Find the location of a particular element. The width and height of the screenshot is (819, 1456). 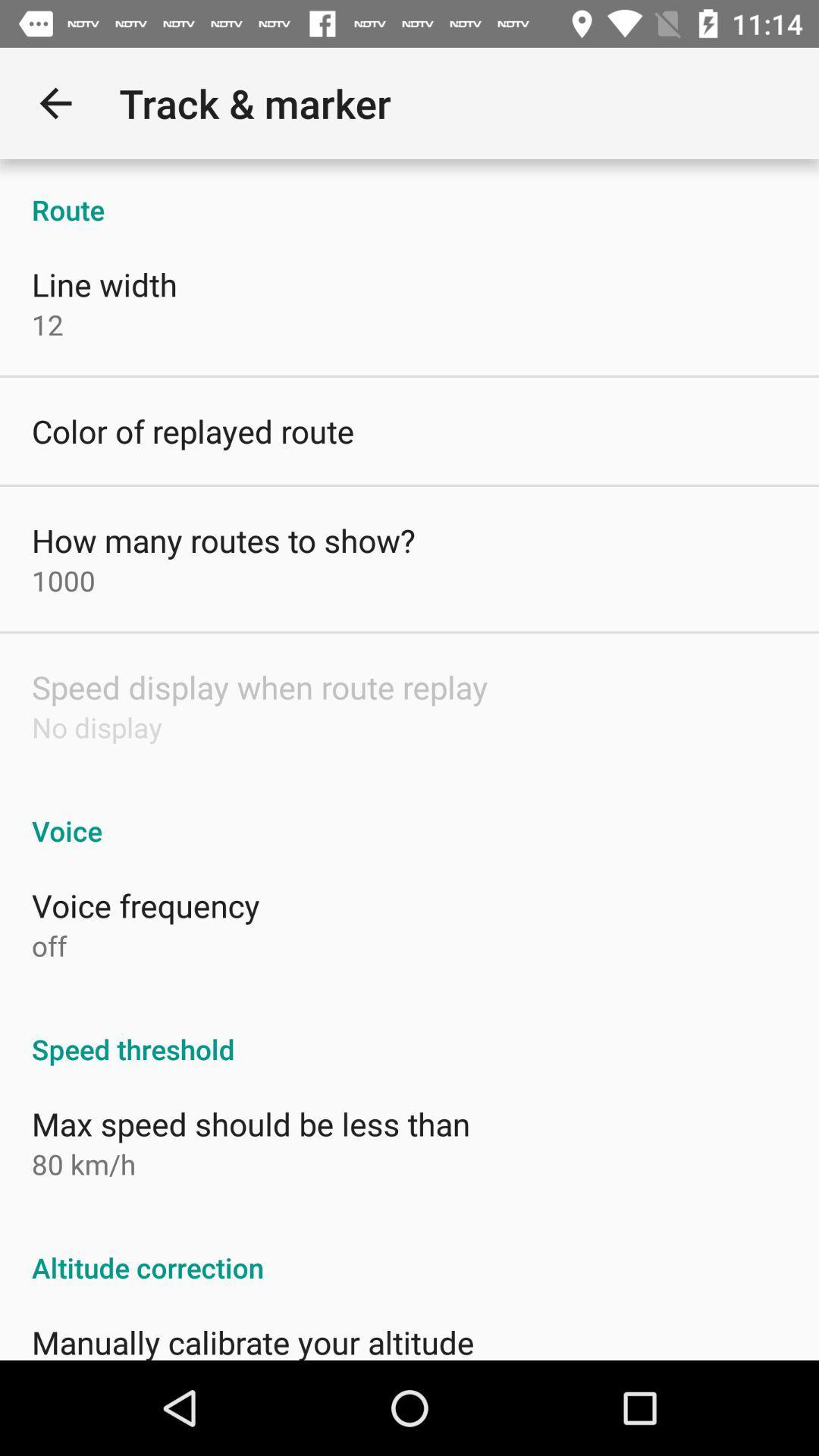

icon above the voice is located at coordinates (96, 726).